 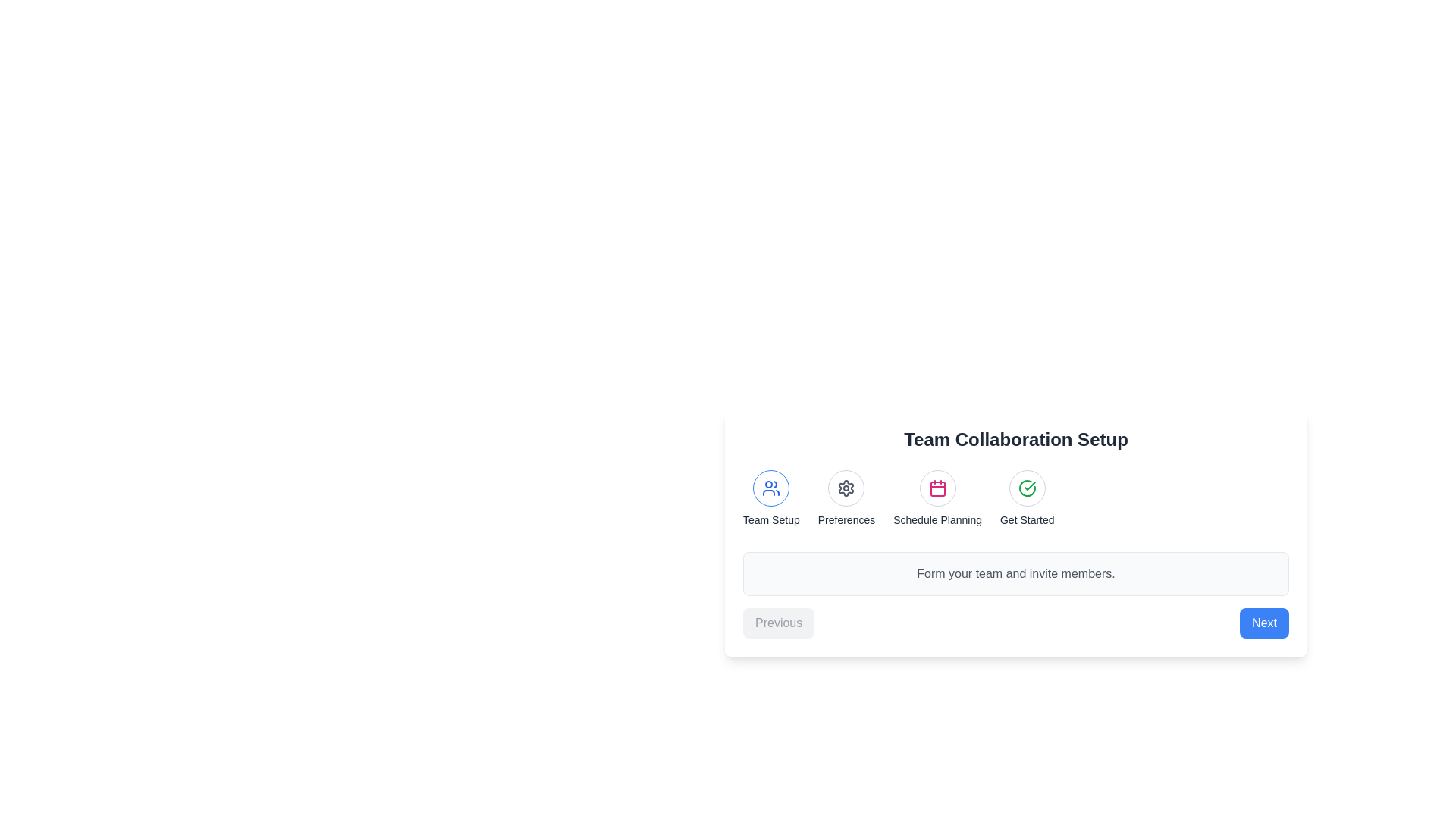 I want to click on the cogwheel icon representing settings, located above the 'Preferences' label, so click(x=846, y=488).